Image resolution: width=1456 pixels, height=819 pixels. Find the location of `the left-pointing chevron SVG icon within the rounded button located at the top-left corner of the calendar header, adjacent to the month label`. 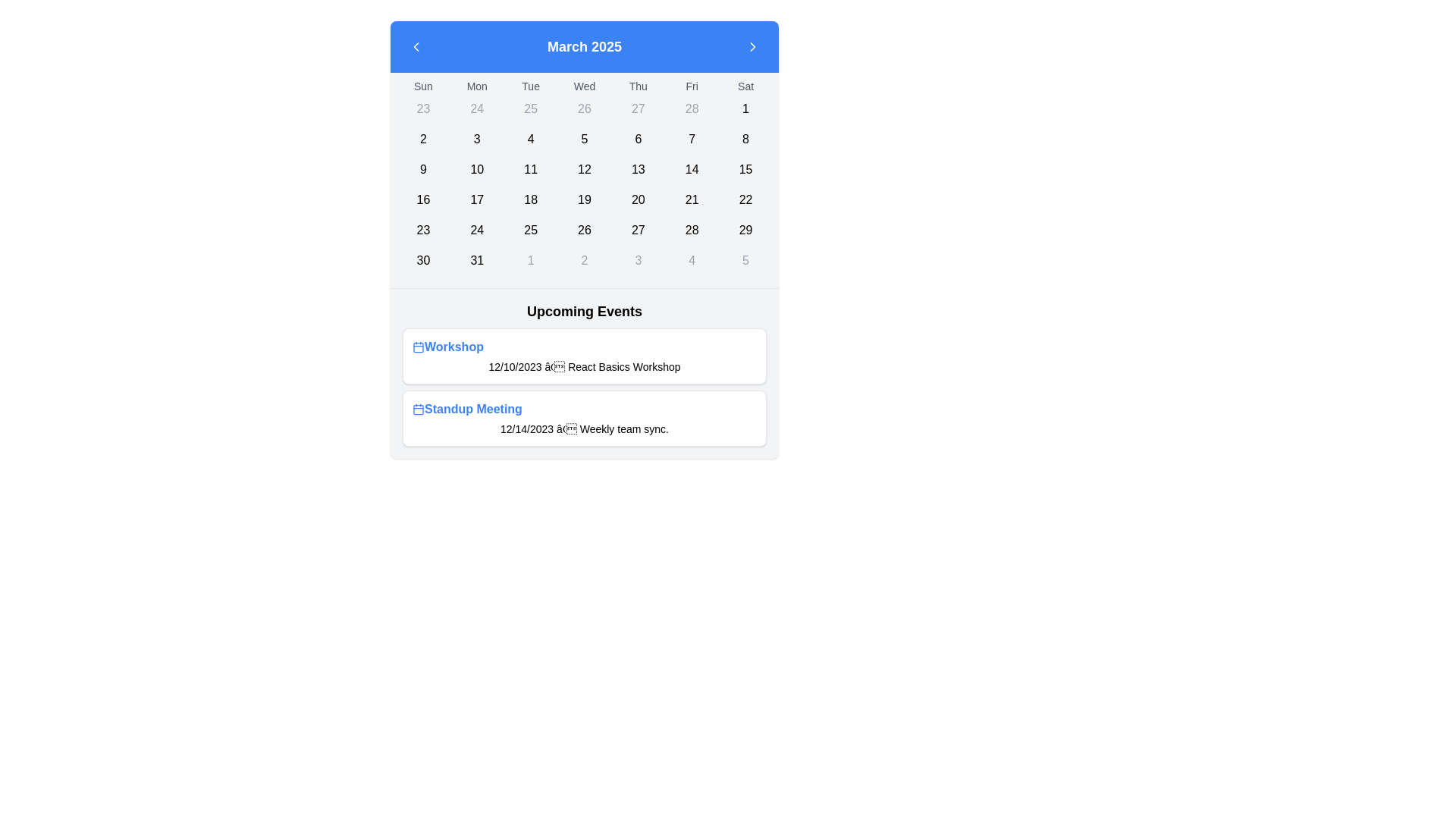

the left-pointing chevron SVG icon within the rounded button located at the top-left corner of the calendar header, adjacent to the month label is located at coordinates (416, 45).